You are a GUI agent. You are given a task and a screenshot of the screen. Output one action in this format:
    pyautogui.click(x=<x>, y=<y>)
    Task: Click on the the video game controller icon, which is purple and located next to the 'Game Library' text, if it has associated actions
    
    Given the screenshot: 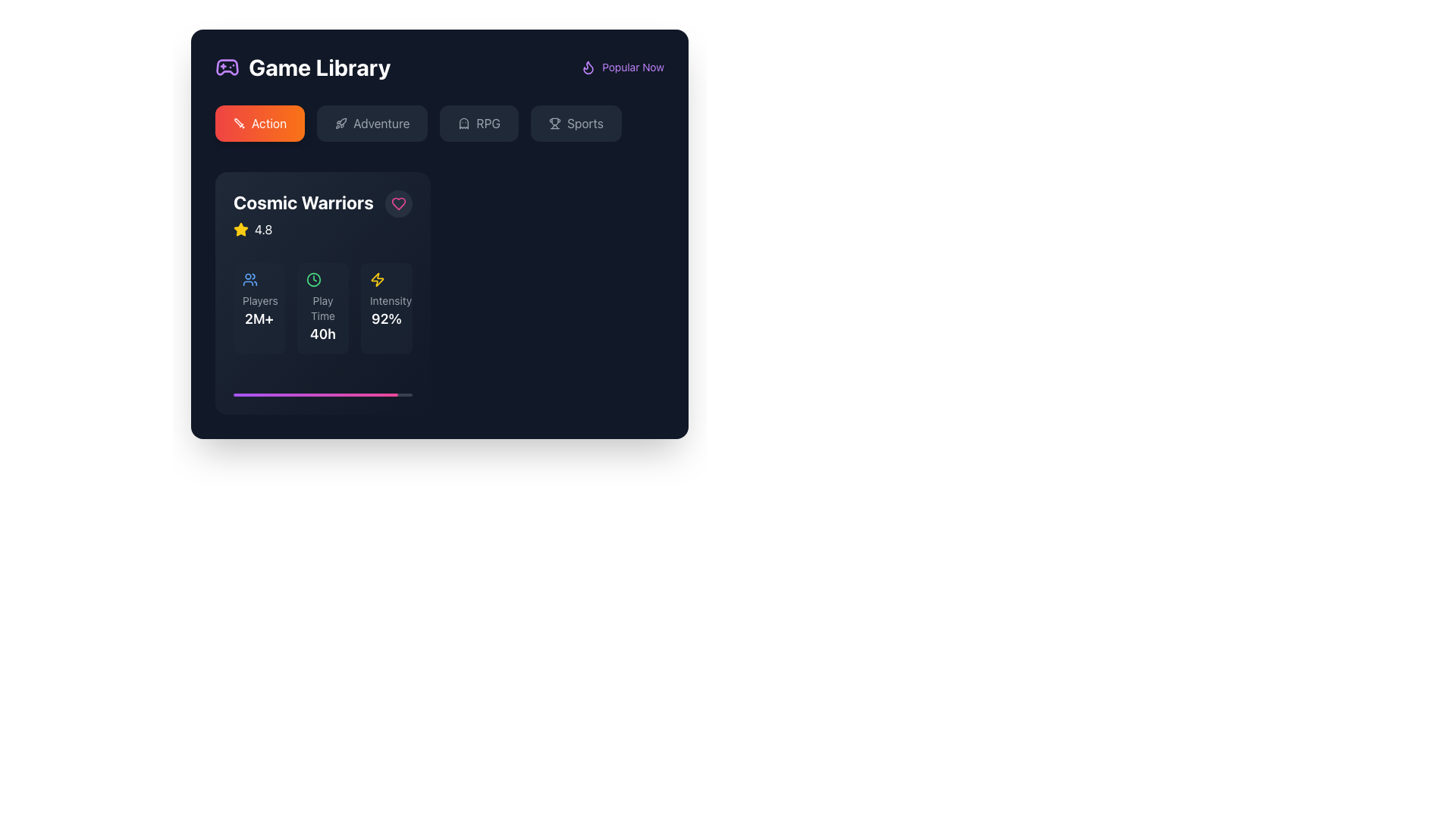 What is the action you would take?
    pyautogui.click(x=226, y=66)
    